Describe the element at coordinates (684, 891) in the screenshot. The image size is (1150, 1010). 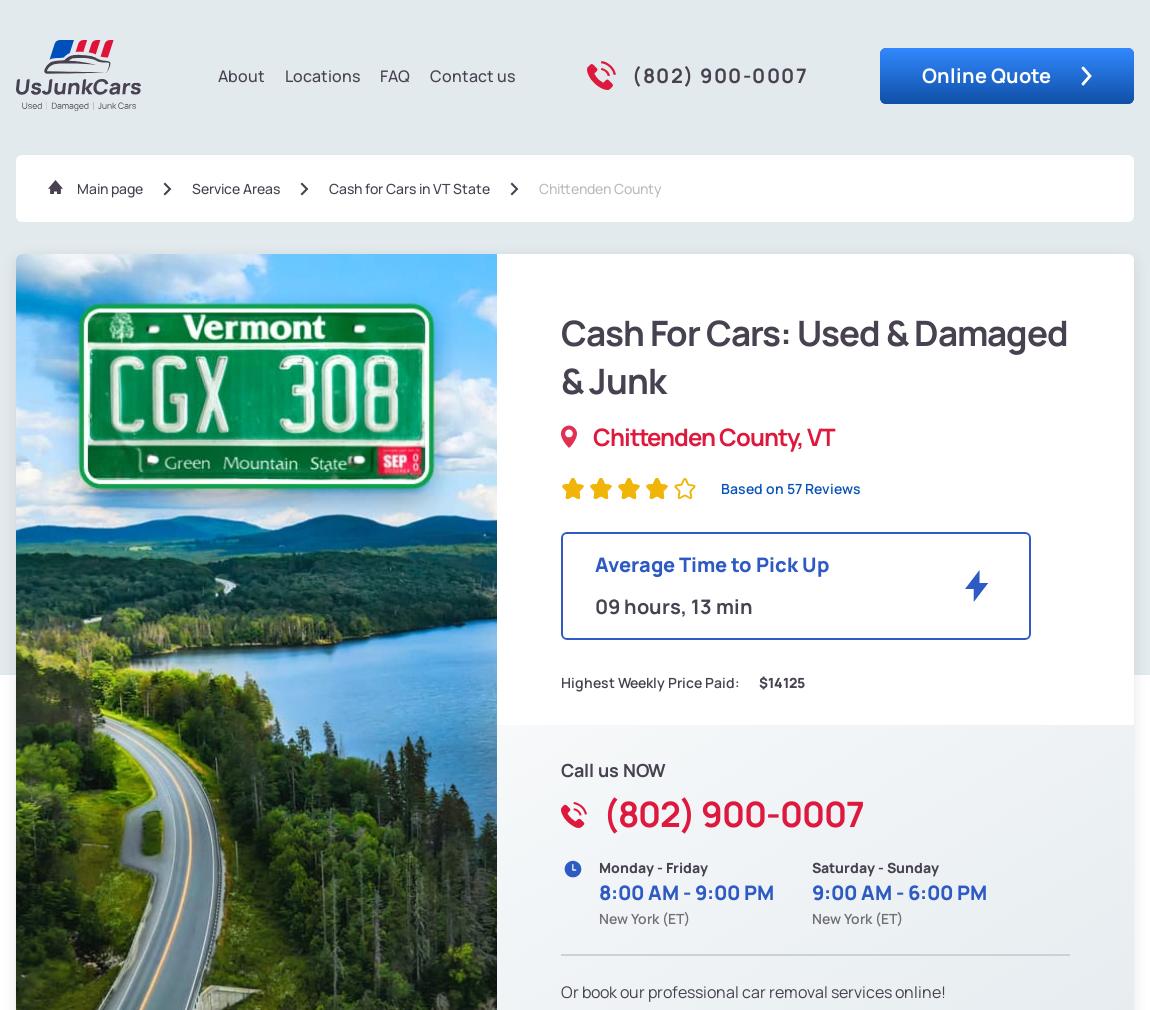
I see `'8:00 AM - 9:00 PM'` at that location.